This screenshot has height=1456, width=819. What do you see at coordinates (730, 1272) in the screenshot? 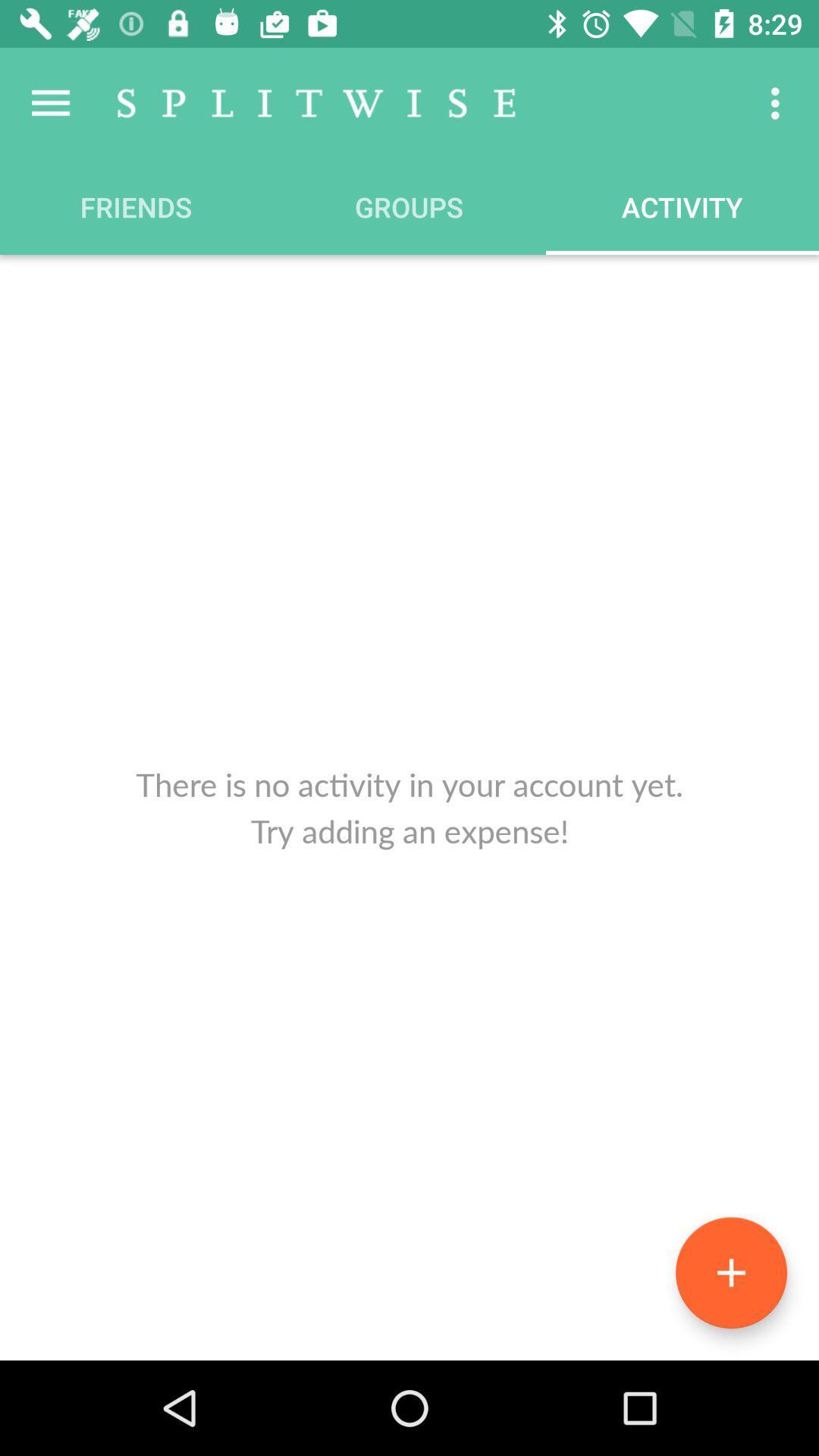
I see `the add icon` at bounding box center [730, 1272].